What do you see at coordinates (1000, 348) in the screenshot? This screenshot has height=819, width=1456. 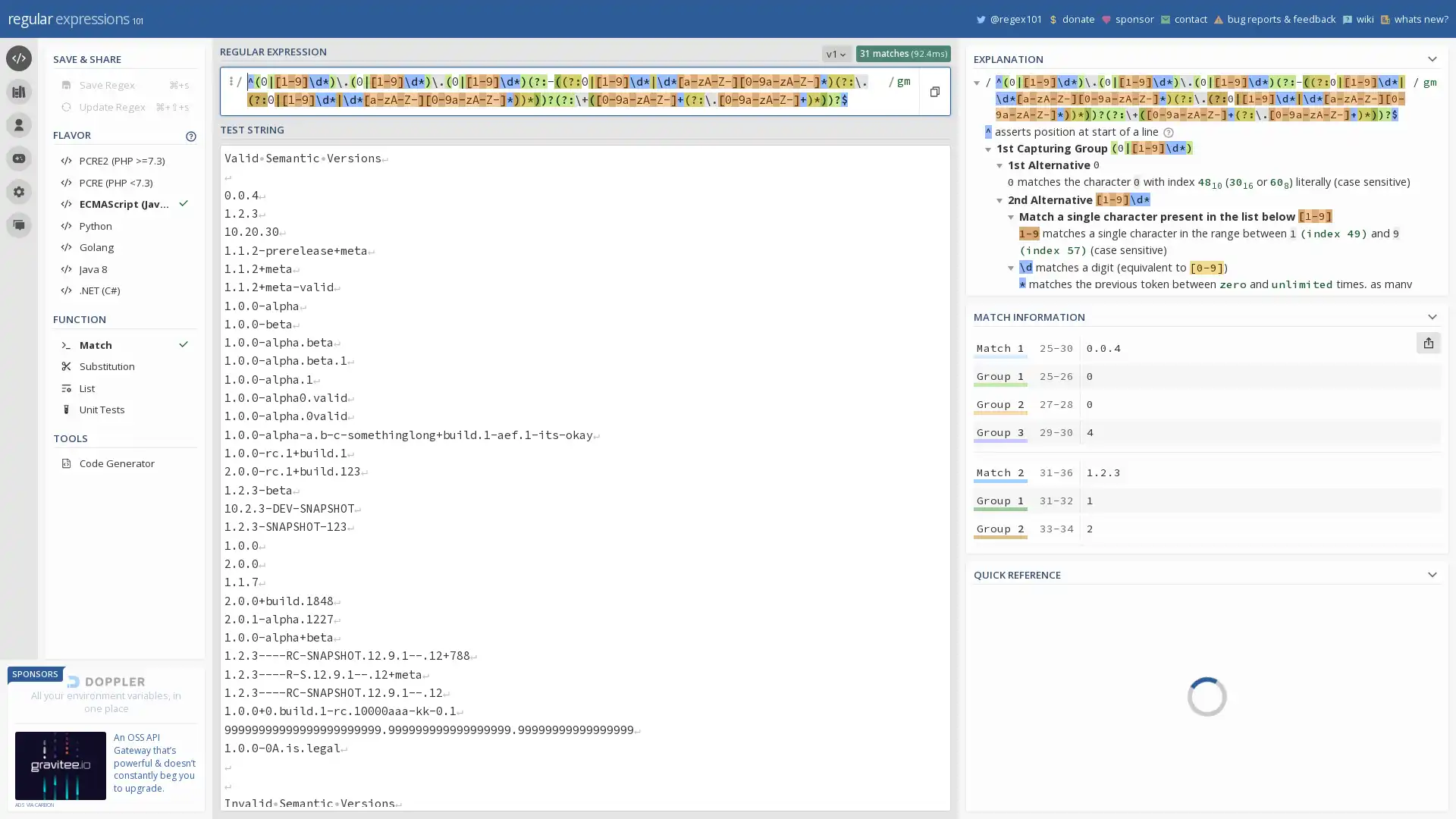 I see `Match 1` at bounding box center [1000, 348].